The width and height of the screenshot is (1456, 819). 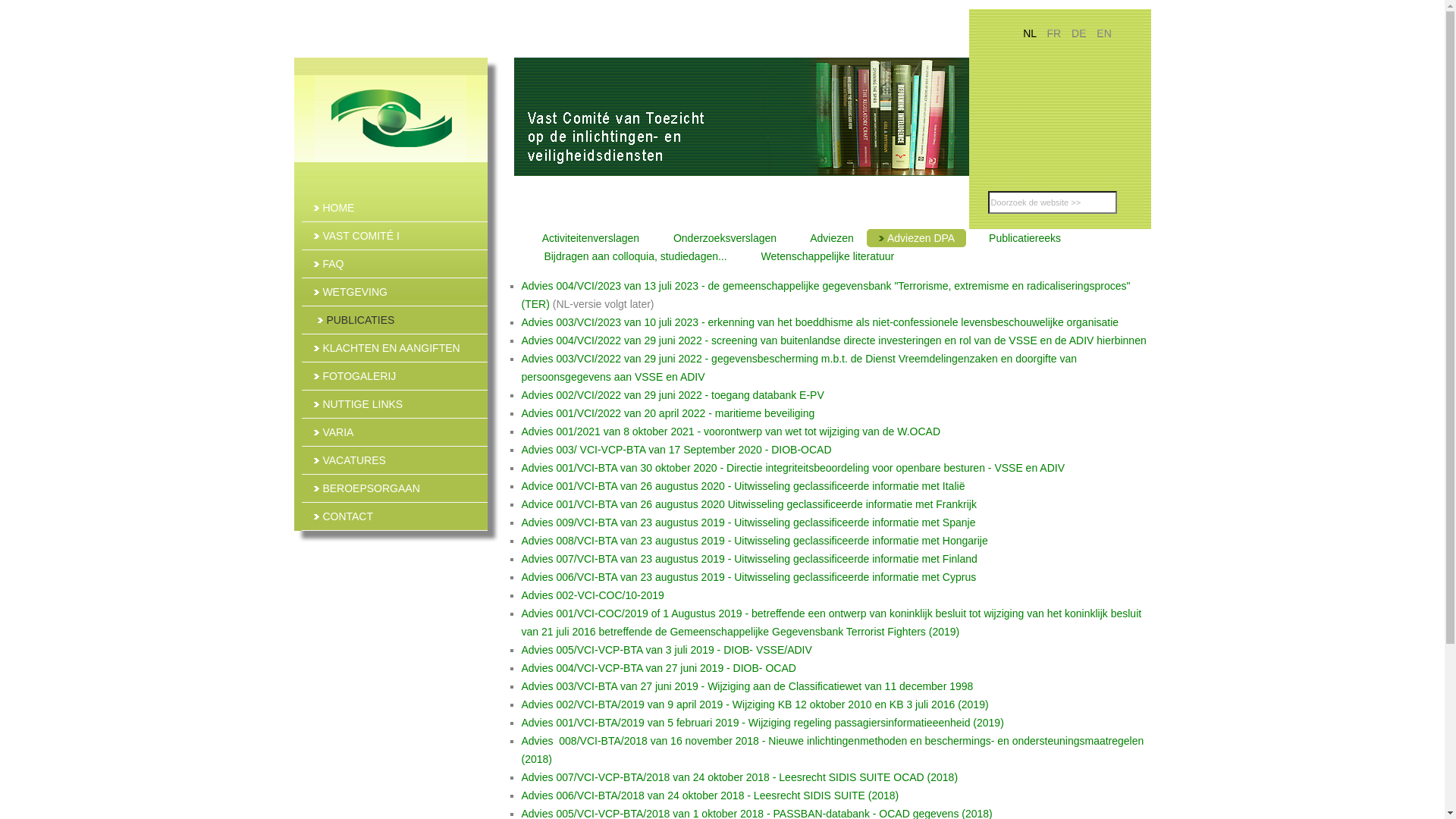 I want to click on 'NL', so click(x=1022, y=33).